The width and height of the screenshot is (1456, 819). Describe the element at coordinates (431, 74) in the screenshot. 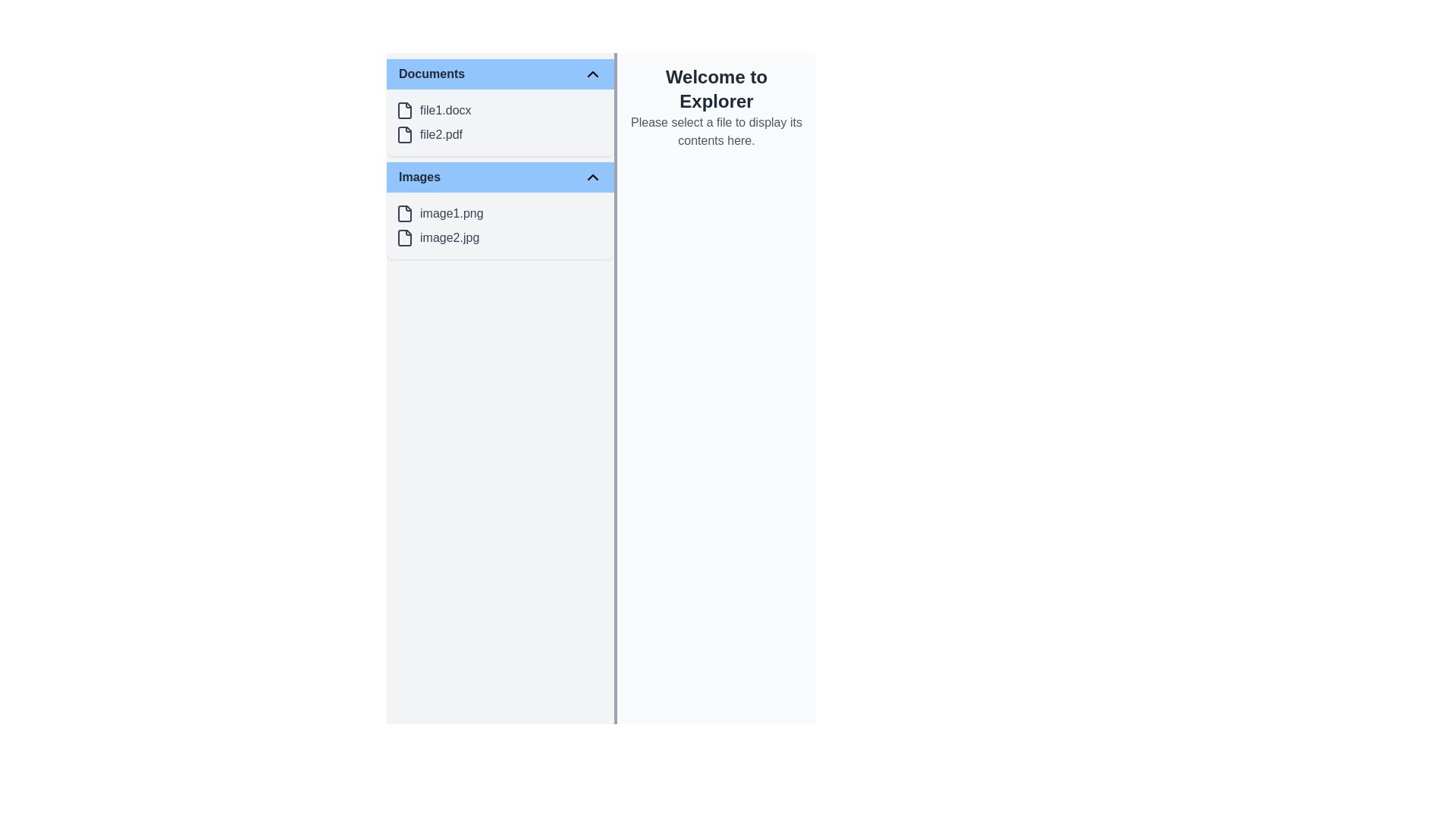

I see `the 'Documents' text label which is displayed in bold dark gray color at the top-left of the blue heading bar in the vertical navigation menu` at that location.